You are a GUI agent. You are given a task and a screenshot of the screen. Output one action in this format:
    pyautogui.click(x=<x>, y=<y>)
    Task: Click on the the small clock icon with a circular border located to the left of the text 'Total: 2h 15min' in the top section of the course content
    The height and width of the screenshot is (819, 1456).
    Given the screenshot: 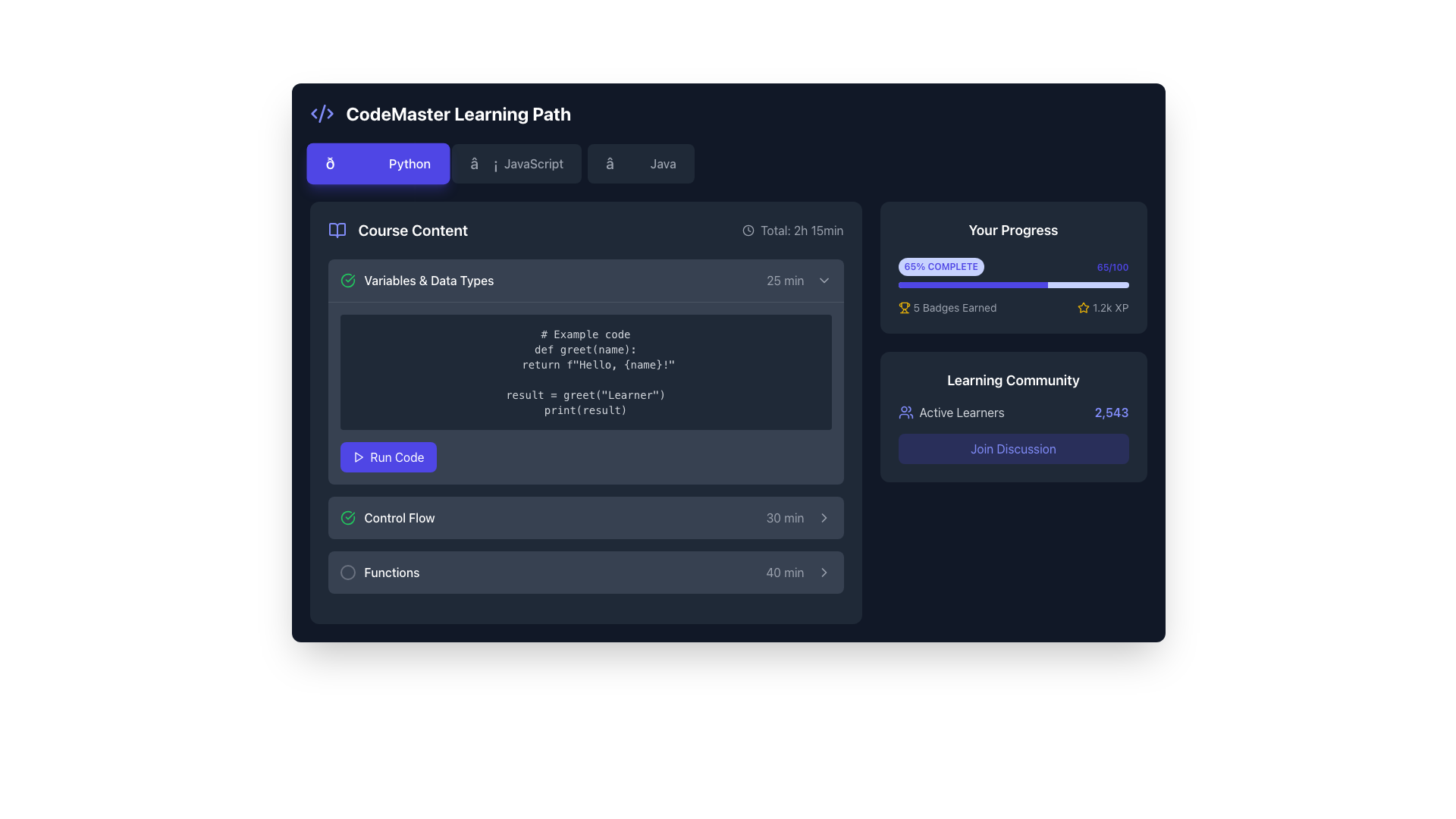 What is the action you would take?
    pyautogui.click(x=748, y=231)
    